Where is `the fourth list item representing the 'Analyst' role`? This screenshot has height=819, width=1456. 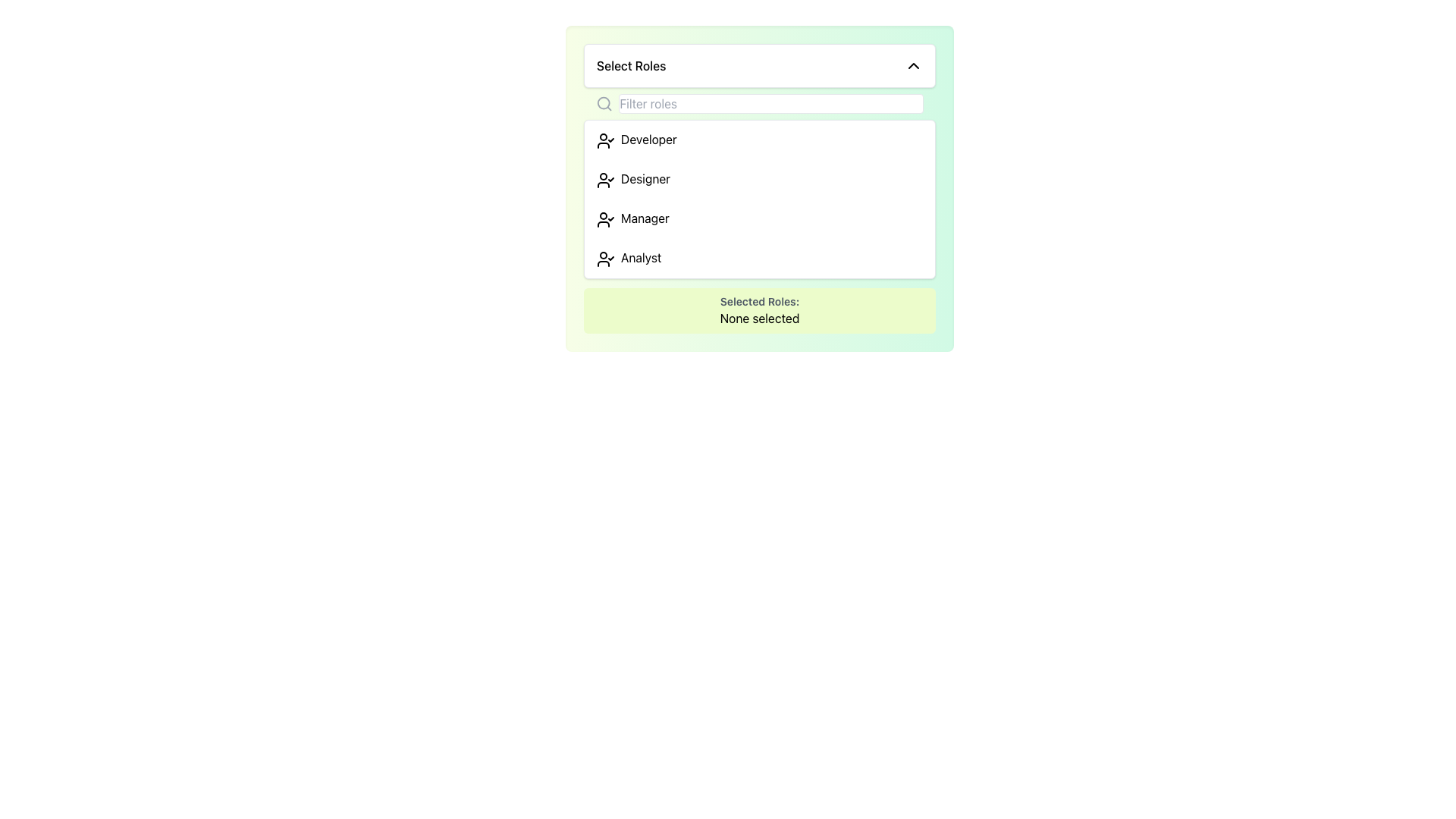 the fourth list item representing the 'Analyst' role is located at coordinates (760, 257).